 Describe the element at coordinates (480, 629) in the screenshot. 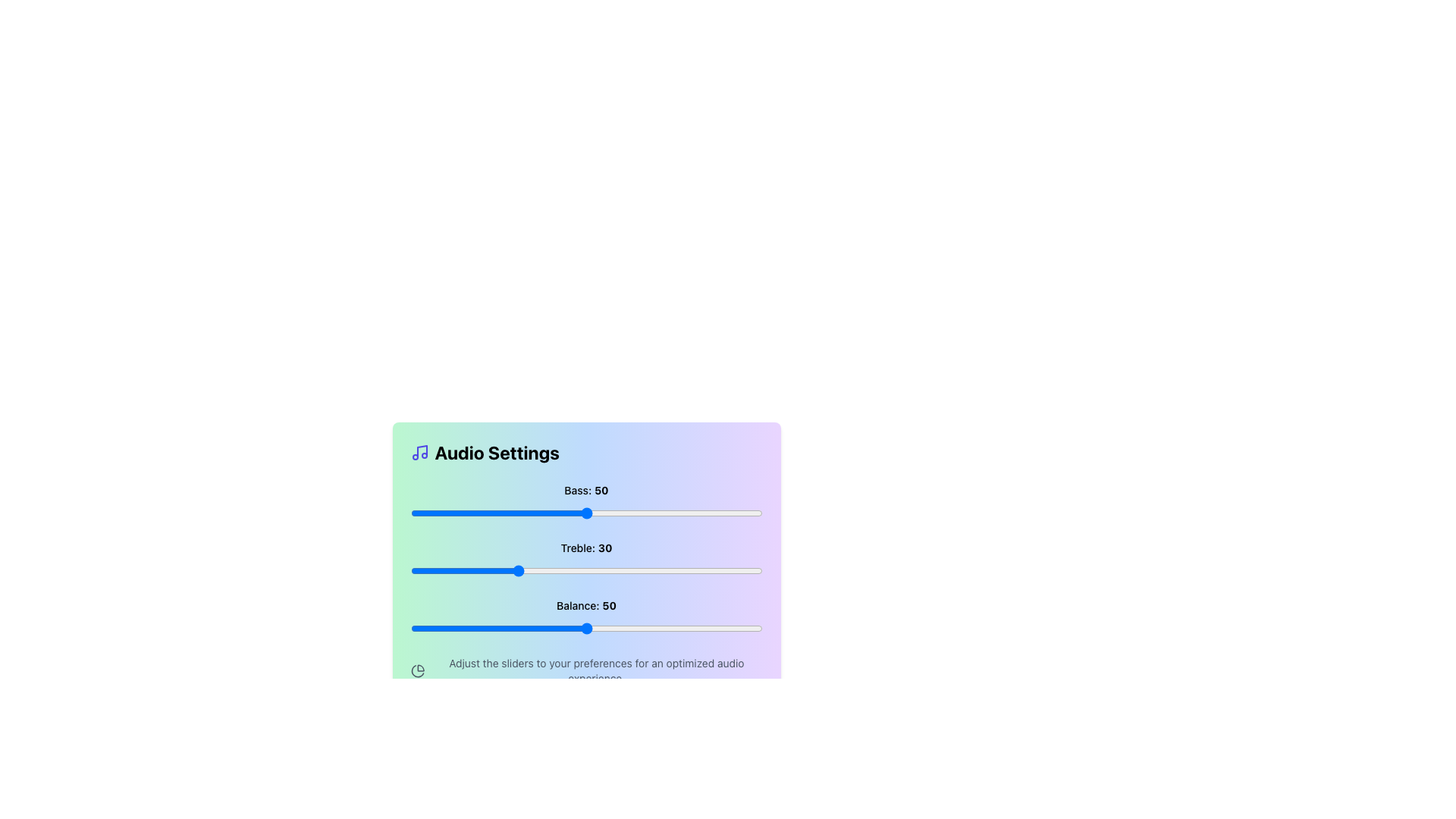

I see `balance` at that location.